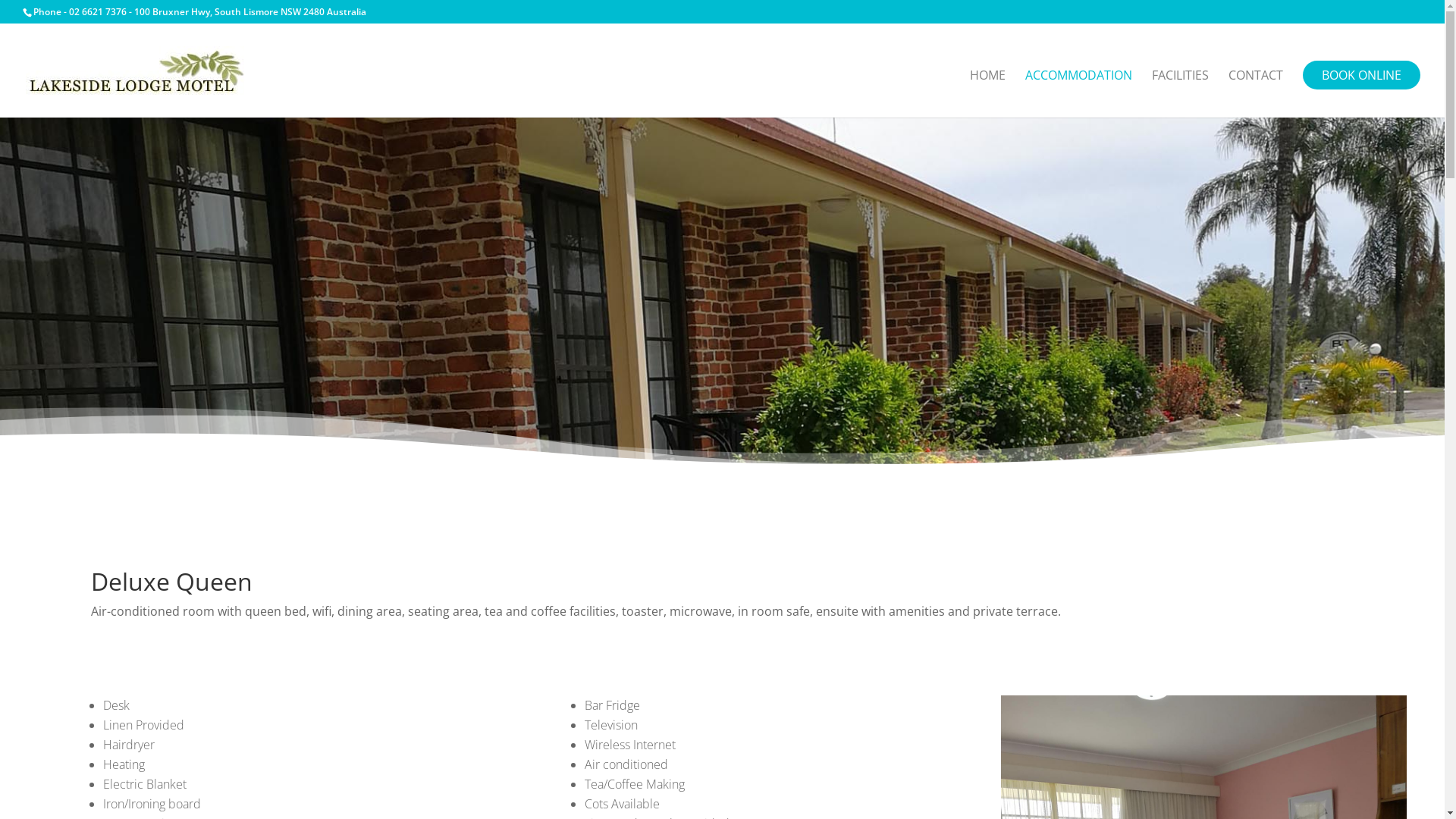 This screenshot has width=1456, height=819. I want to click on 'BOOK ONLINE', so click(1302, 75).